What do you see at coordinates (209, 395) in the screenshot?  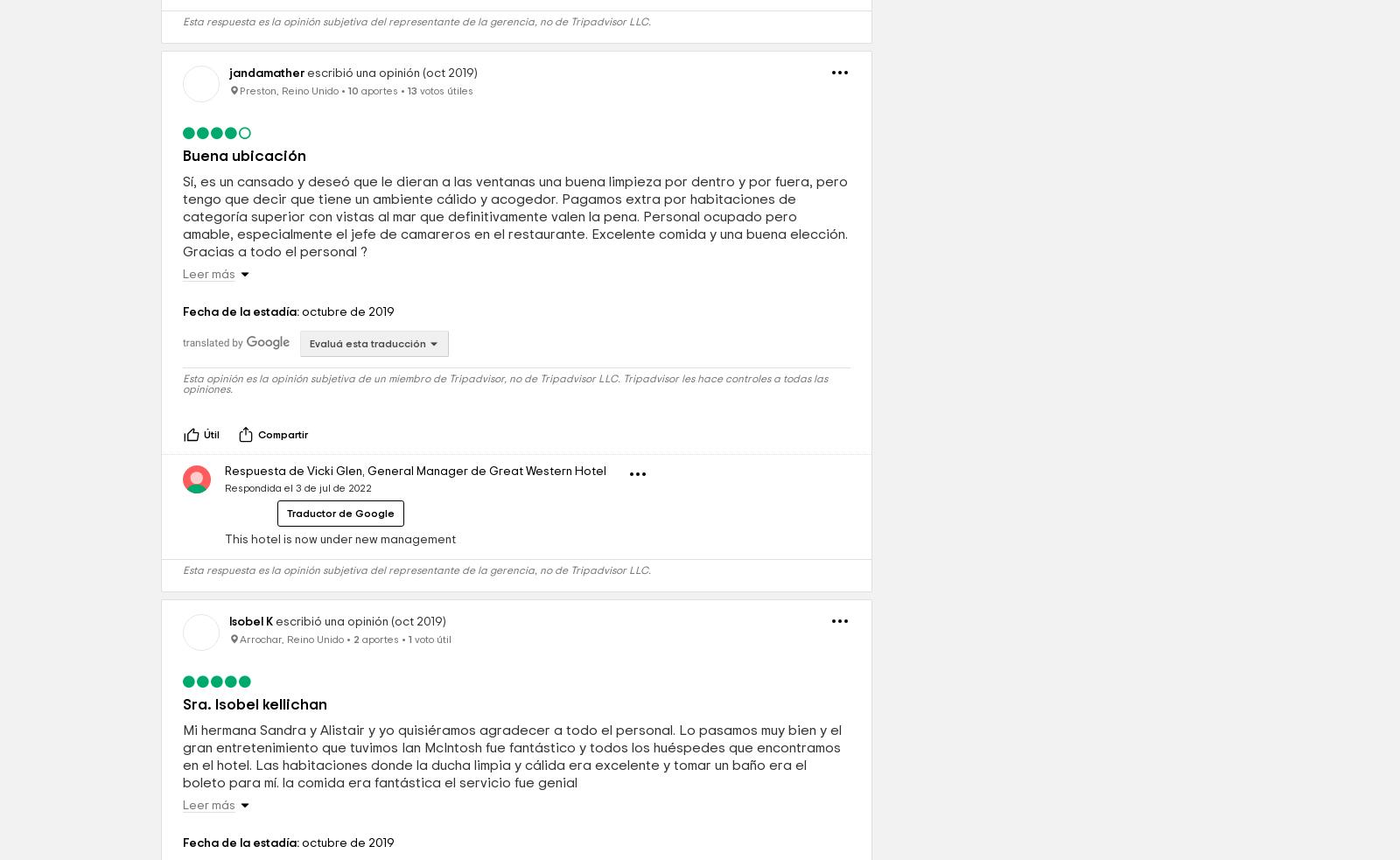 I see `'Leer más'` at bounding box center [209, 395].